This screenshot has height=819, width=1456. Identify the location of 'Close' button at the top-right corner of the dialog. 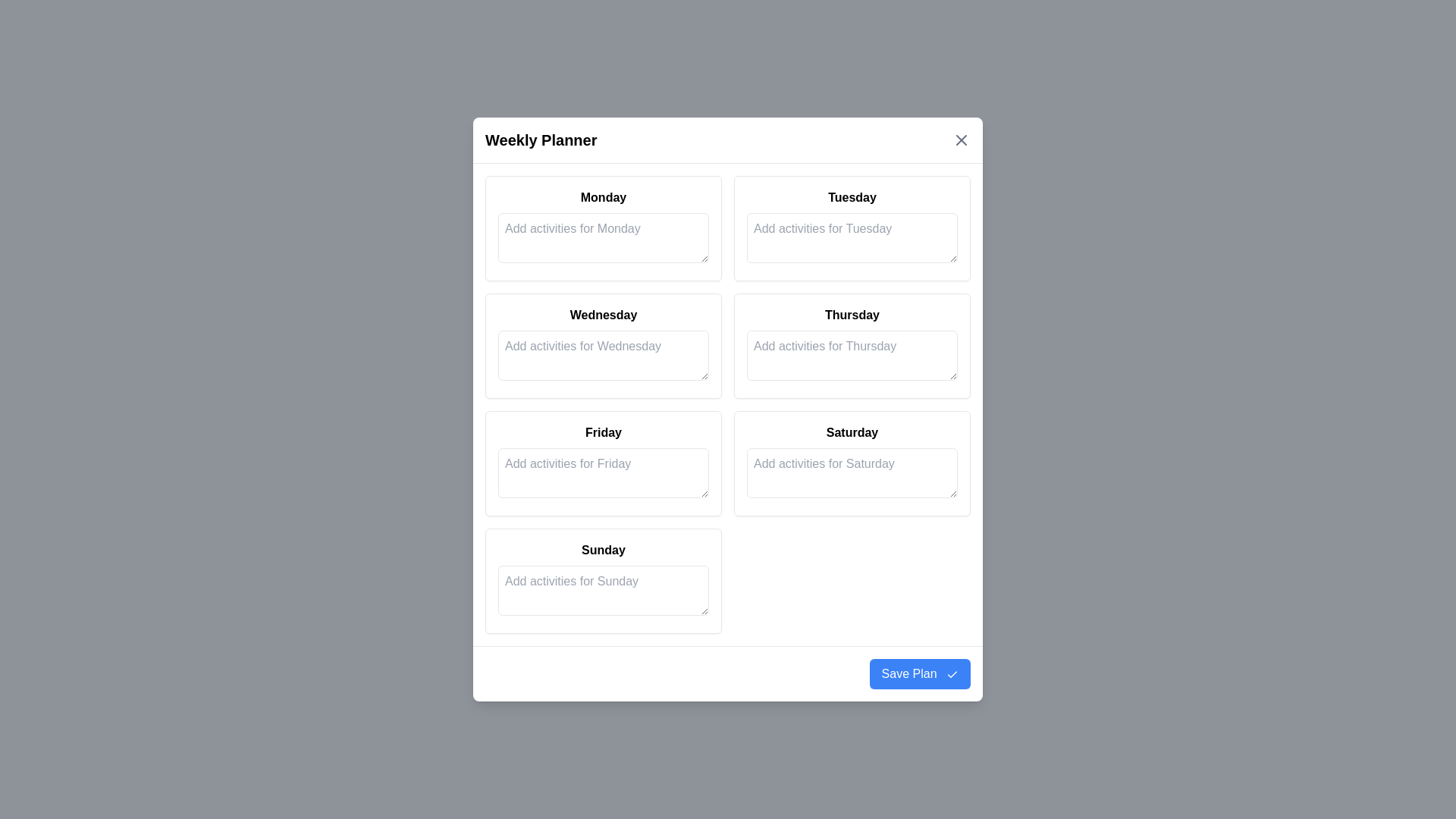
(960, 140).